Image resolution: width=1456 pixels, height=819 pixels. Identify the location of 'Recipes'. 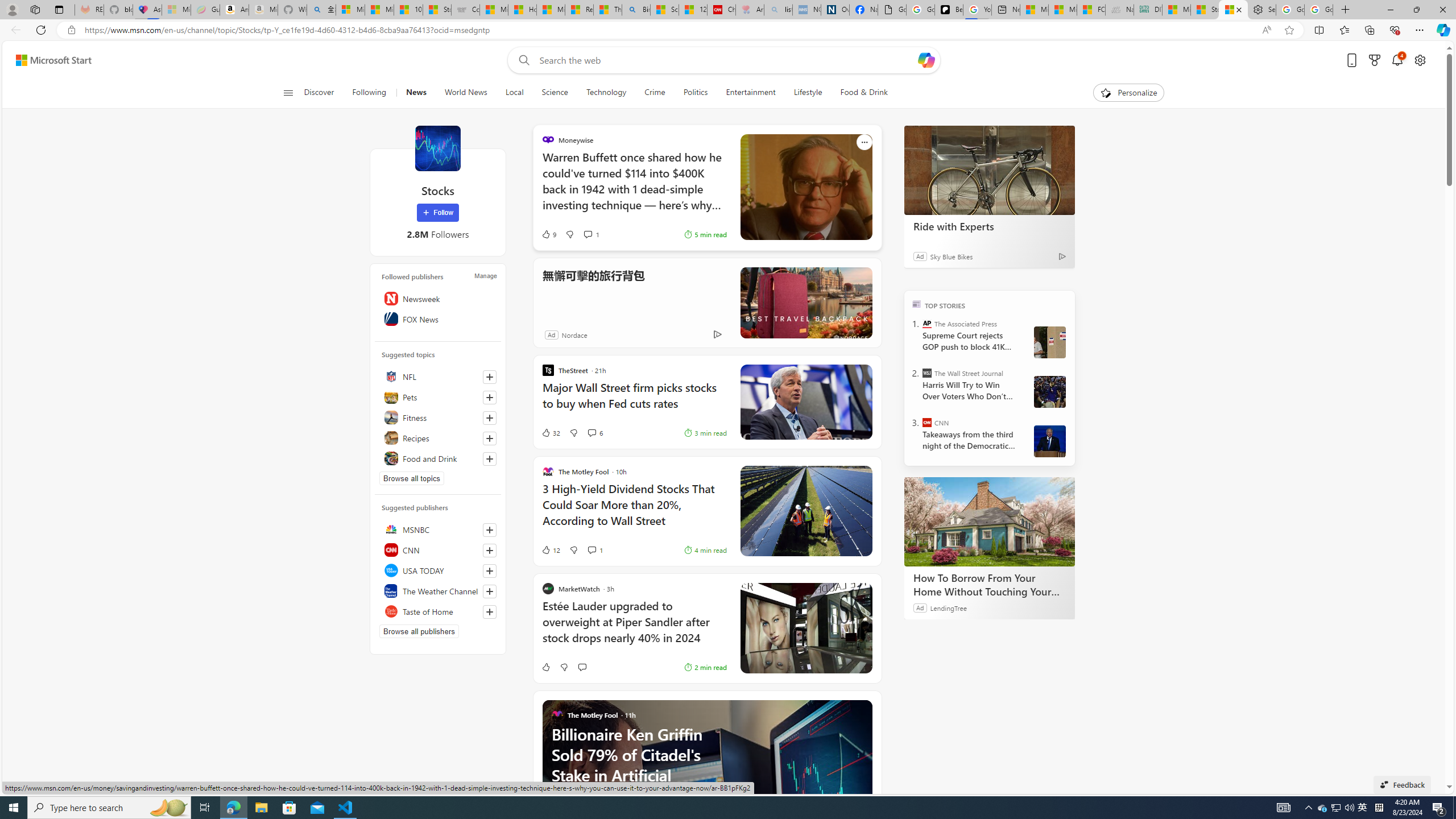
(438, 437).